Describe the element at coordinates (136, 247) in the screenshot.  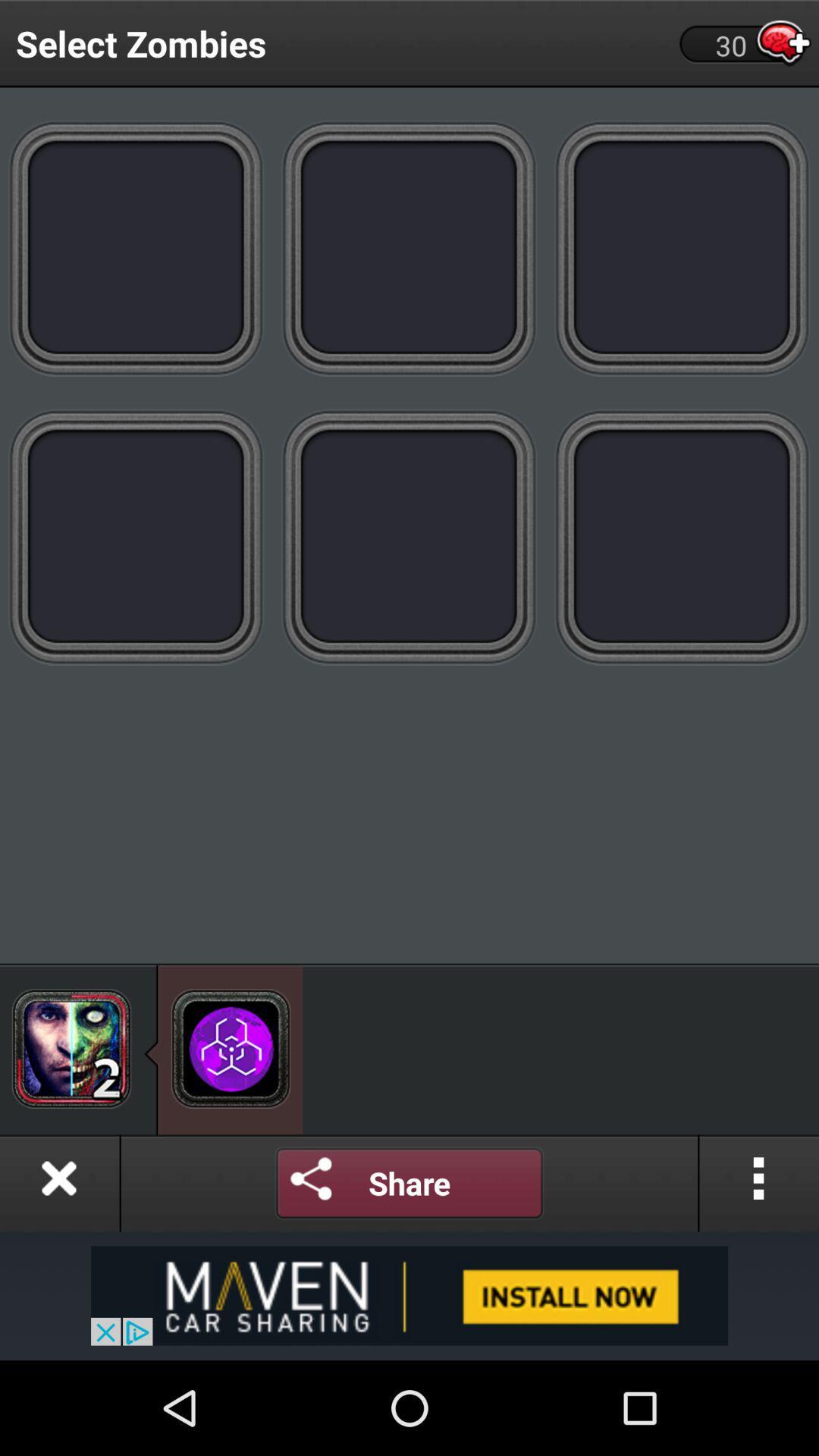
I see `image screen` at that location.